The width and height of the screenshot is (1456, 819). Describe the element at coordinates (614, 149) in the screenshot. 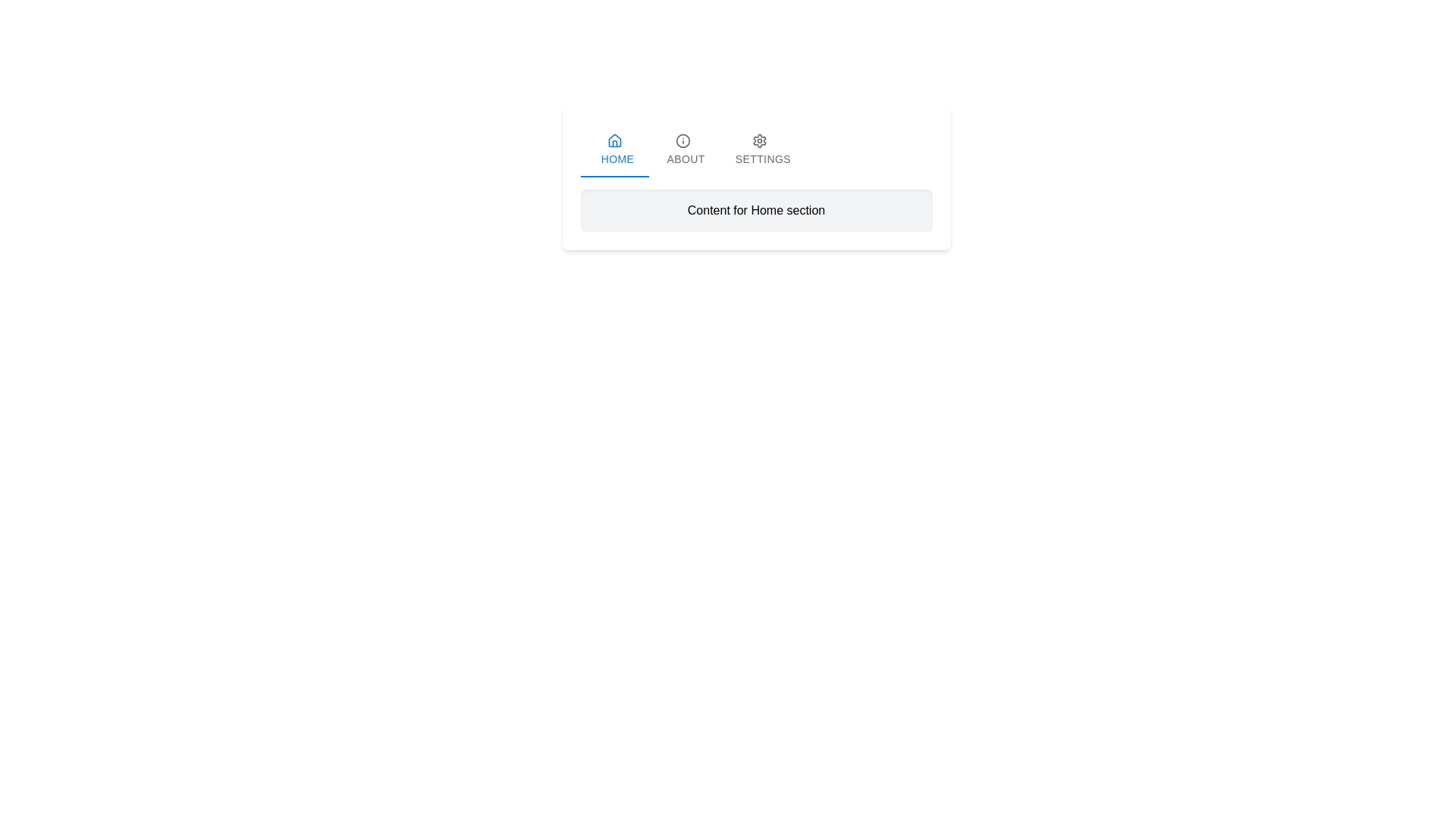

I see `the 'Home' tab button, which is the first tab in the horizontal tab group and is currently highlighted in blue` at that location.